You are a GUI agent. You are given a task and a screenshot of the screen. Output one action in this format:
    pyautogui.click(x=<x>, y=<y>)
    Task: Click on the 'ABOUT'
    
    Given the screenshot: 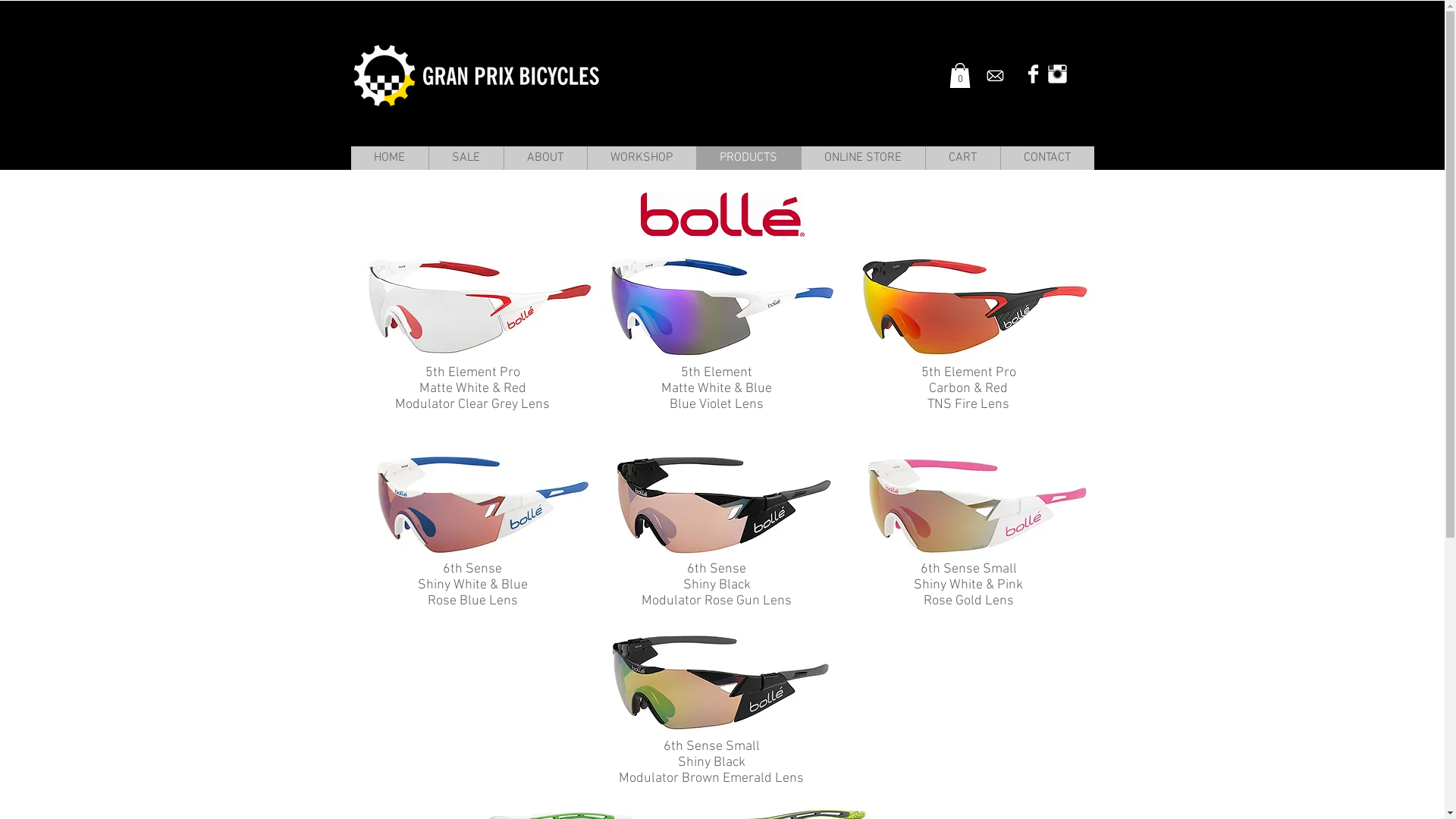 What is the action you would take?
    pyautogui.click(x=545, y=158)
    